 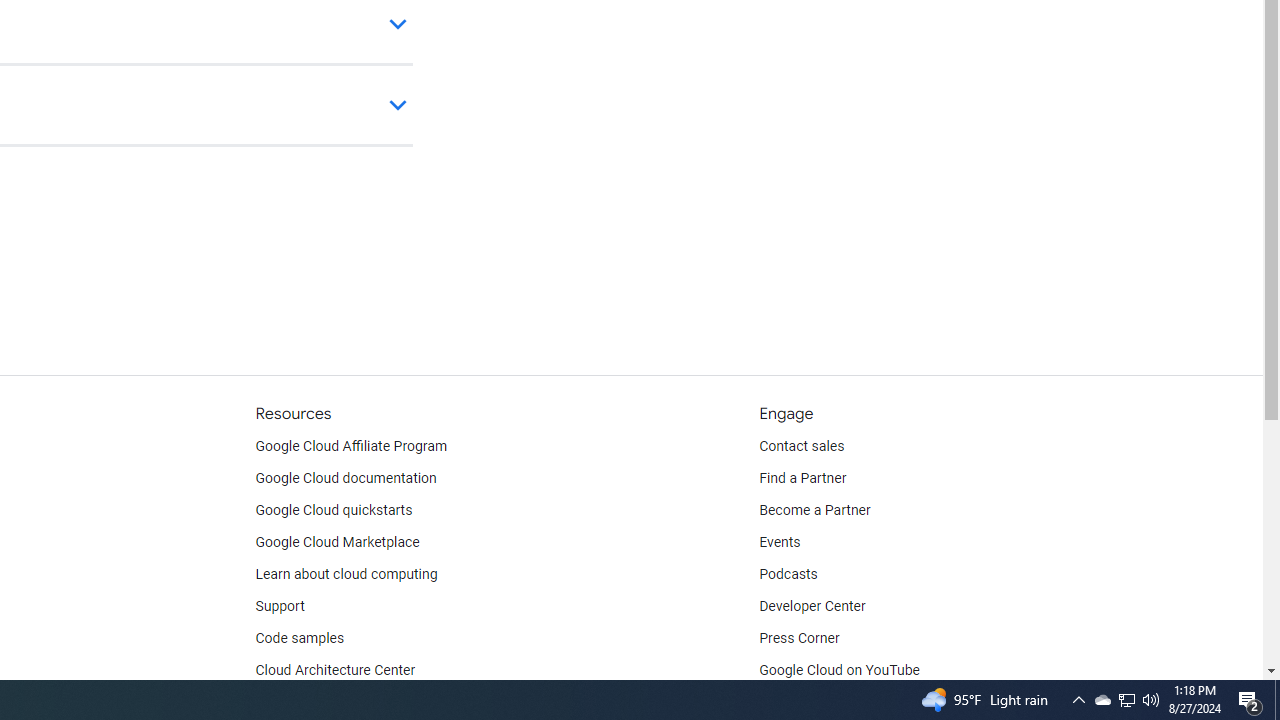 What do you see at coordinates (814, 510) in the screenshot?
I see `'Become a Partner'` at bounding box center [814, 510].